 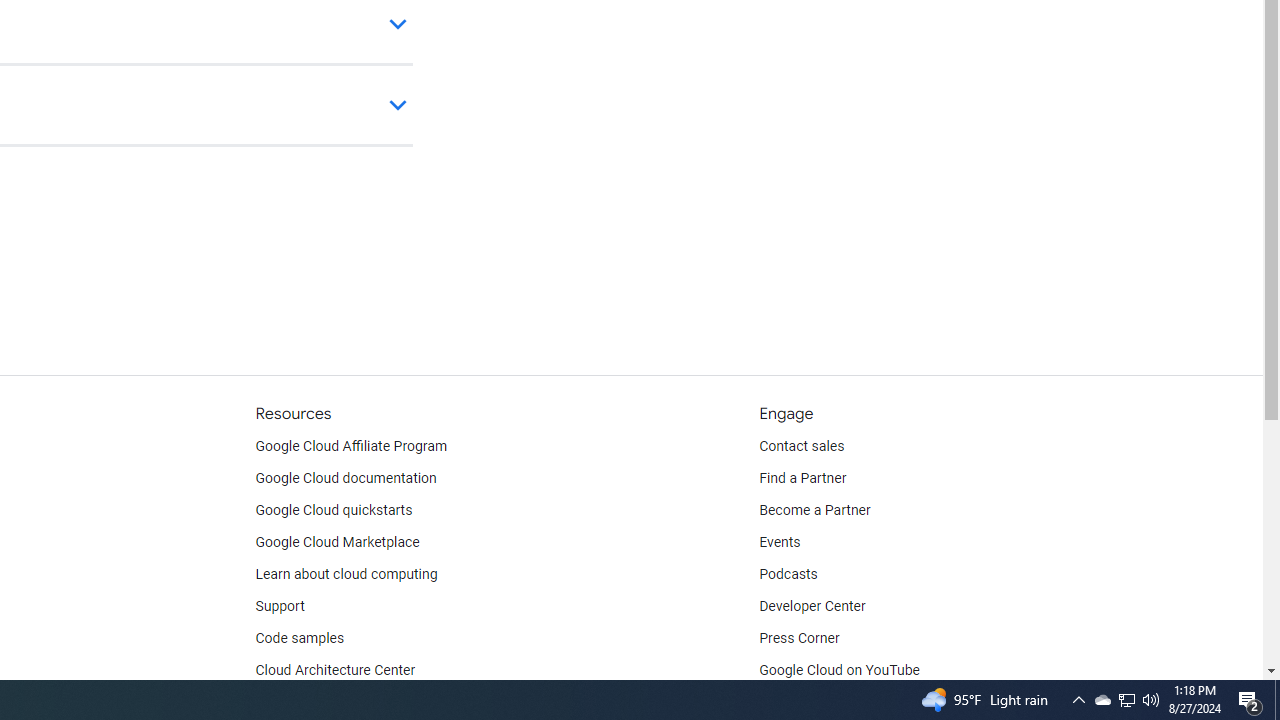 What do you see at coordinates (814, 510) in the screenshot?
I see `'Become a Partner'` at bounding box center [814, 510].